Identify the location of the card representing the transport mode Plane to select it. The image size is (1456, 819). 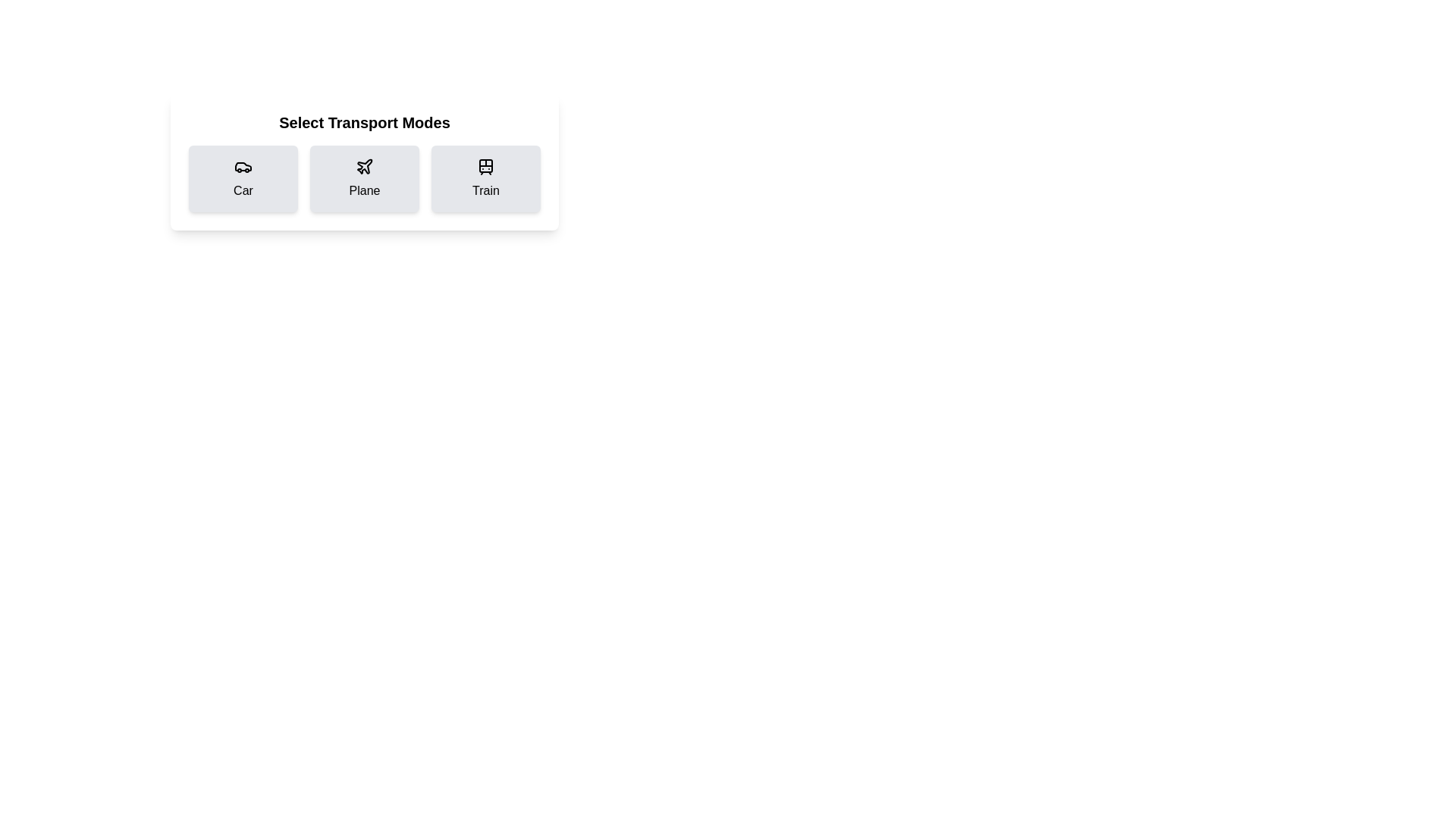
(364, 177).